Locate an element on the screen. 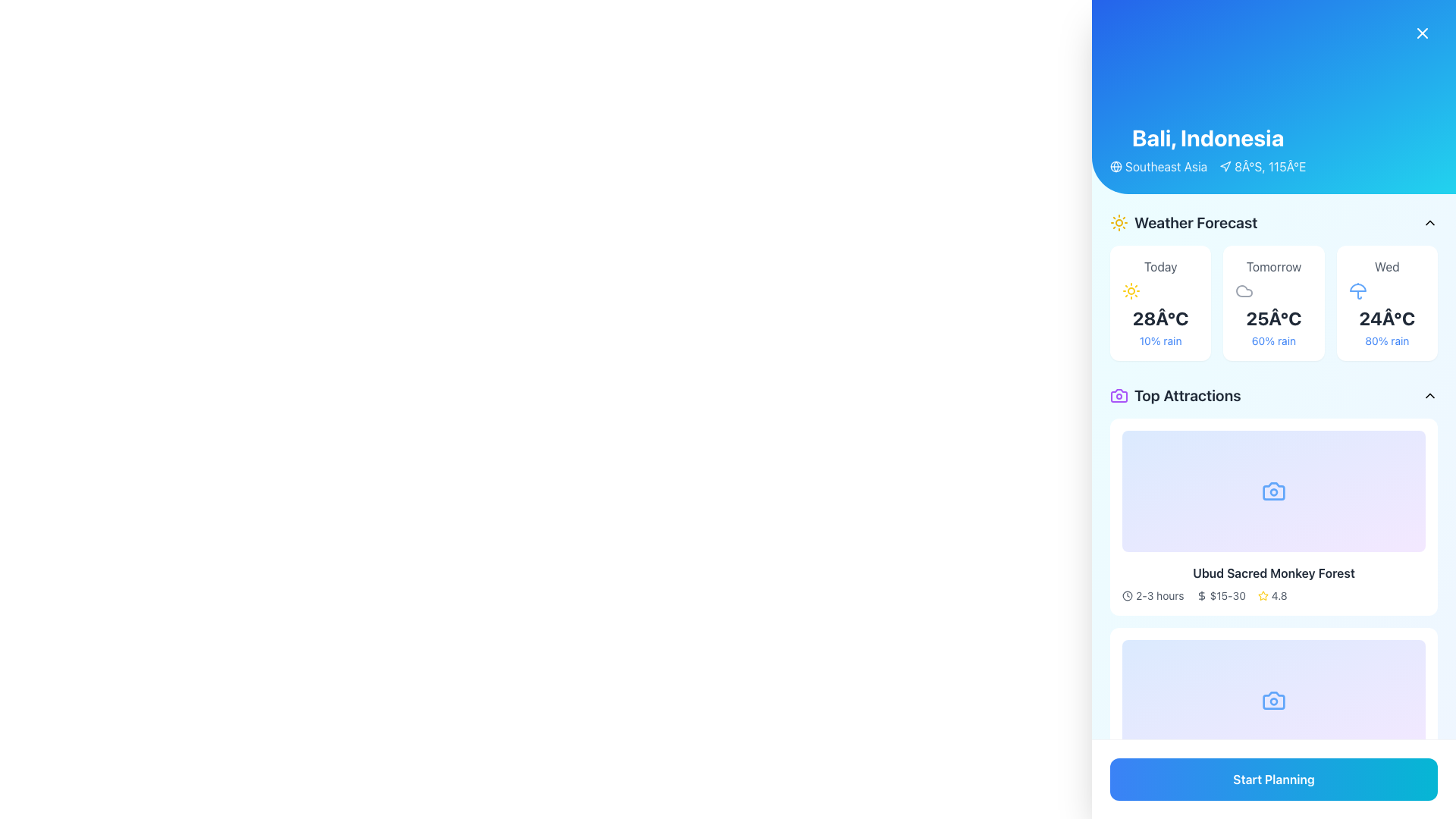 The width and height of the screenshot is (1456, 819). the camera icon located at the top-left corner of the 'Top Attractions' section, adjacent to the section heading is located at coordinates (1119, 394).